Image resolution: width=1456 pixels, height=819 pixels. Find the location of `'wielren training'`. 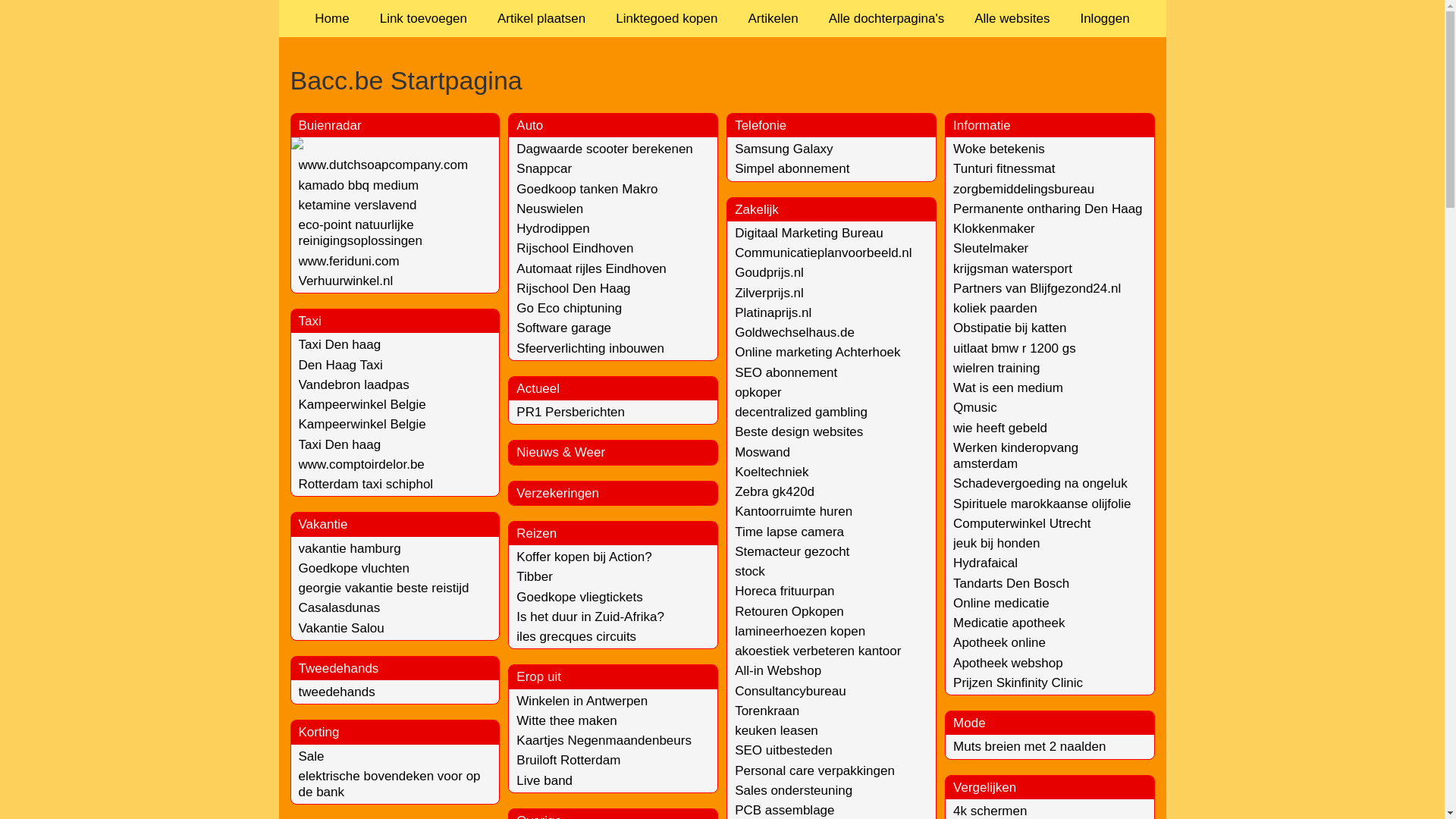

'wielren training' is located at coordinates (996, 368).